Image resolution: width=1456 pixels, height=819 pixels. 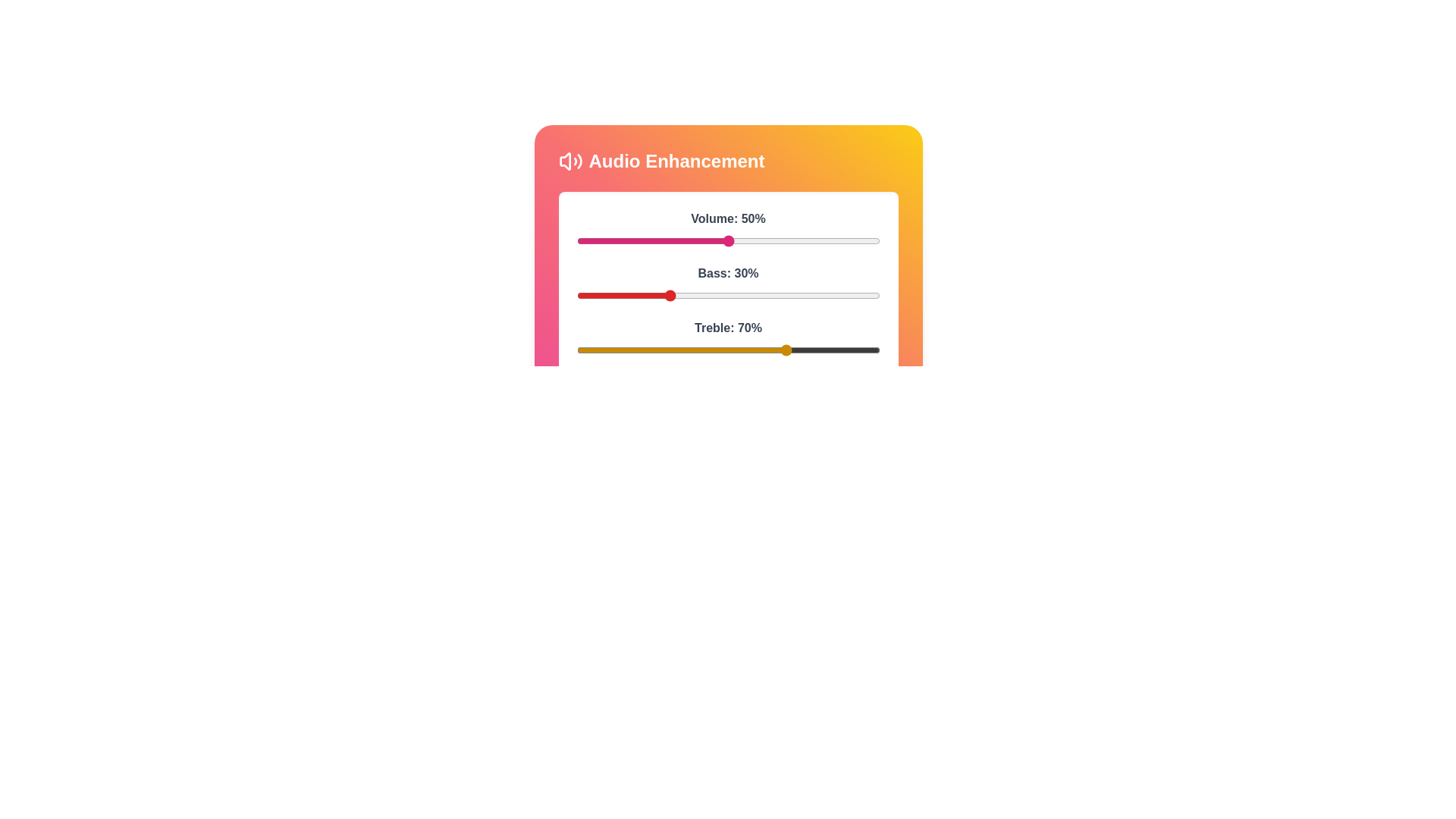 I want to click on the interactive volume slider labeled 'Volume: 50%', so click(x=728, y=231).